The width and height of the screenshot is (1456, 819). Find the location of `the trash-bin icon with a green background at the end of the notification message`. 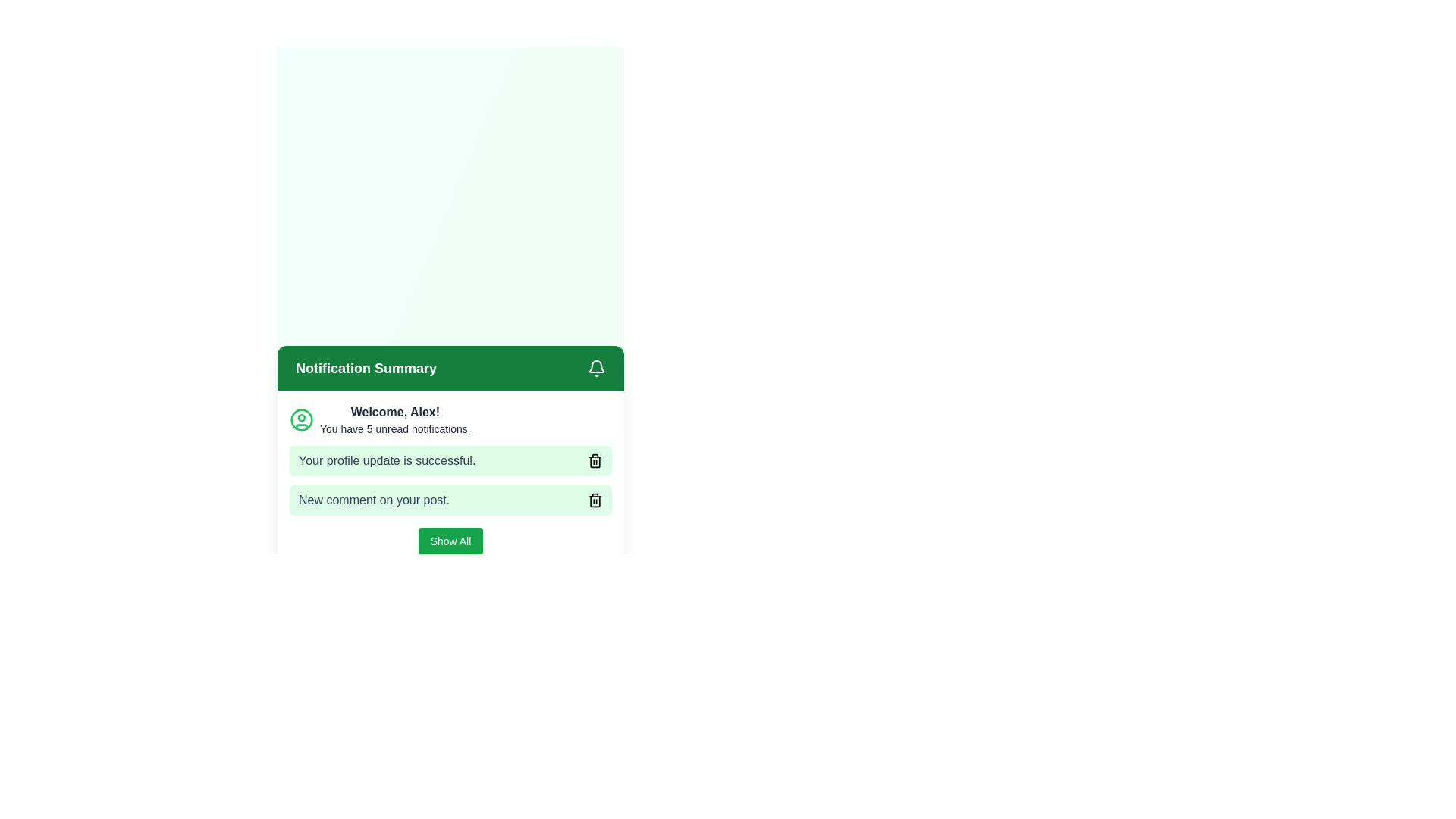

the trash-bin icon with a green background at the end of the notification message is located at coordinates (595, 460).